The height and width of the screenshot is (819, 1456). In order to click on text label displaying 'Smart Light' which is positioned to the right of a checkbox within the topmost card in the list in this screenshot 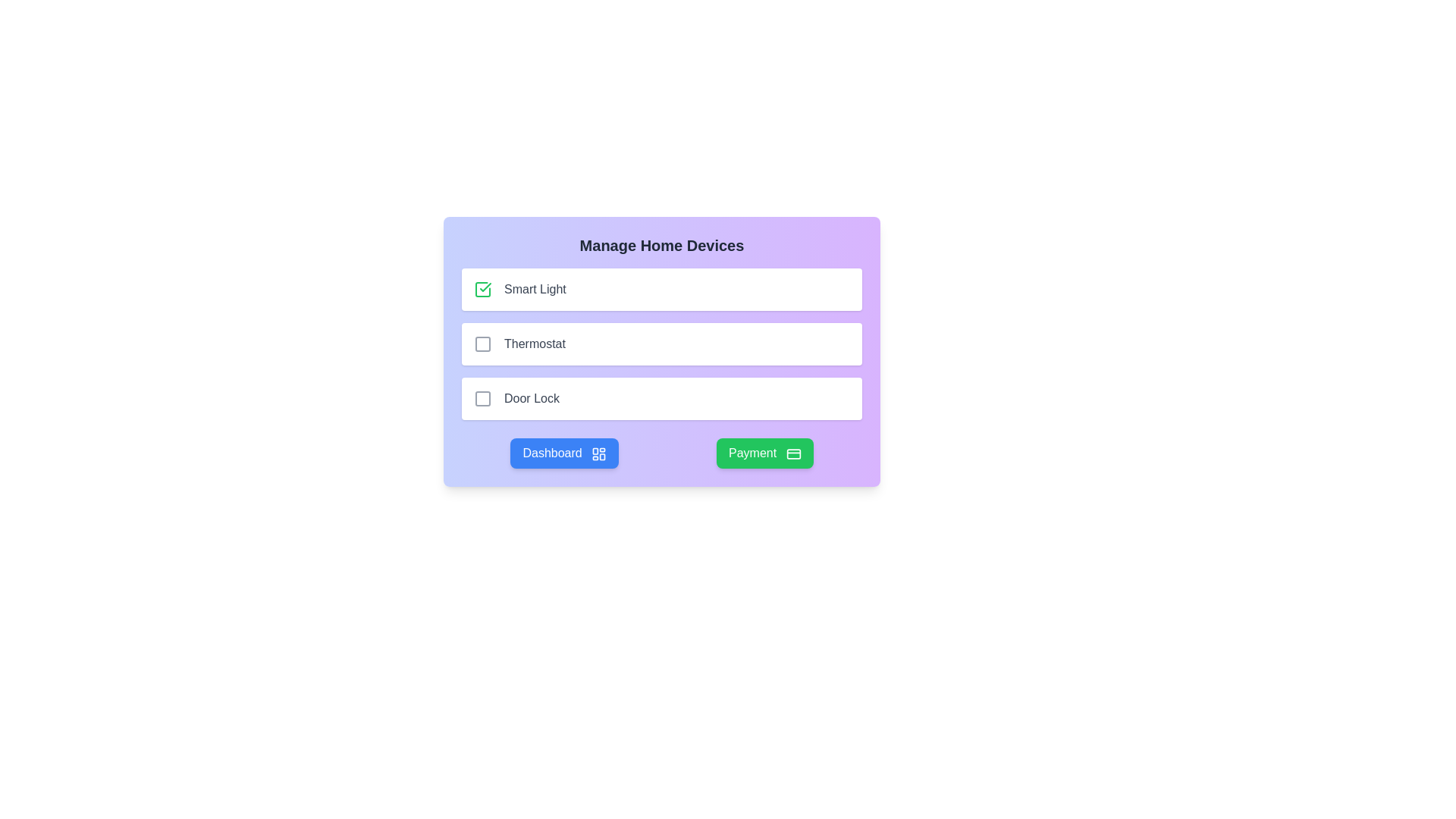, I will do `click(535, 289)`.